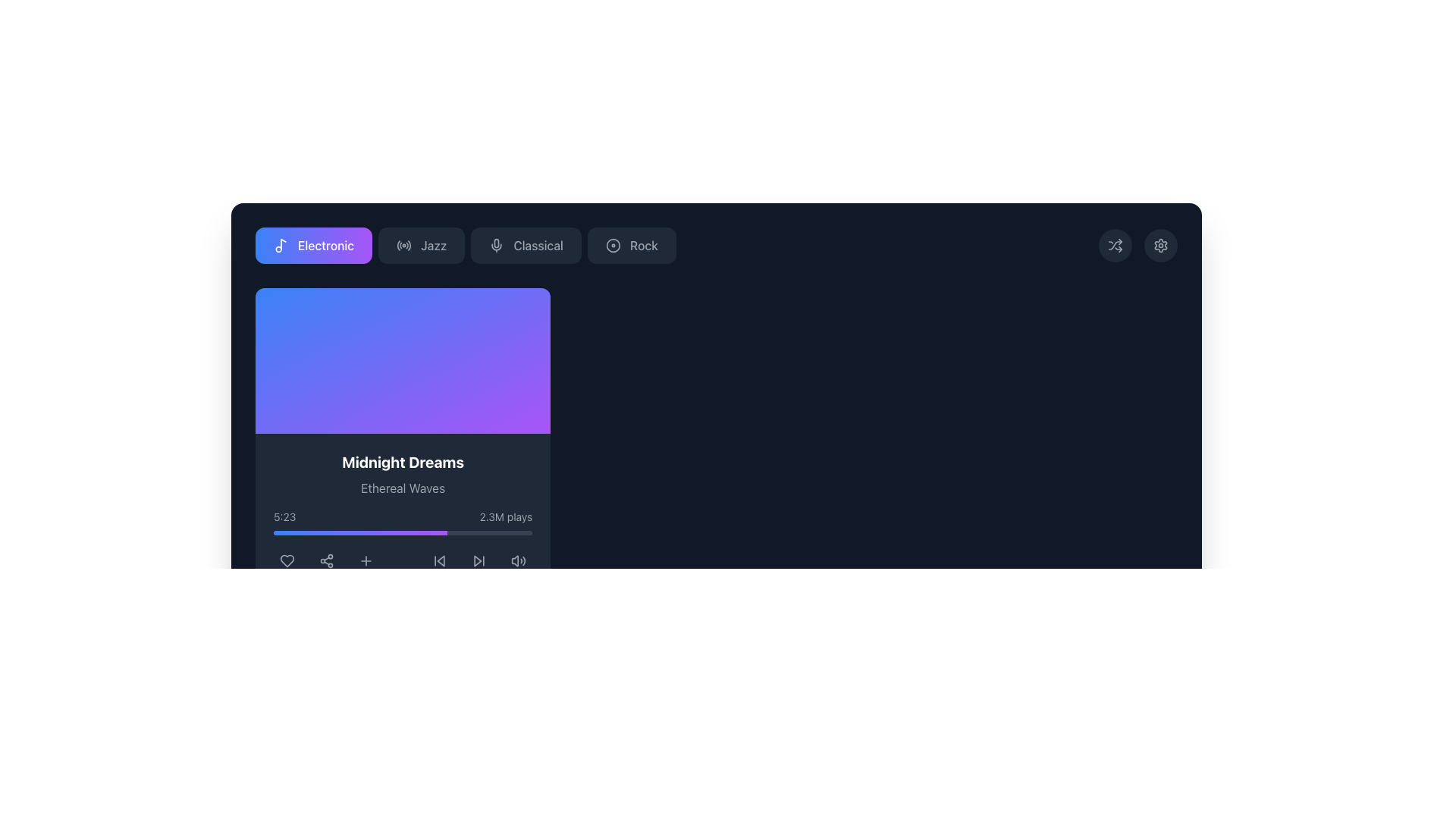  Describe the element at coordinates (497, 245) in the screenshot. I see `the microphone icon located in the third button of the horizontally aligned menu bar, which is to the left of the 'Classical' label` at that location.